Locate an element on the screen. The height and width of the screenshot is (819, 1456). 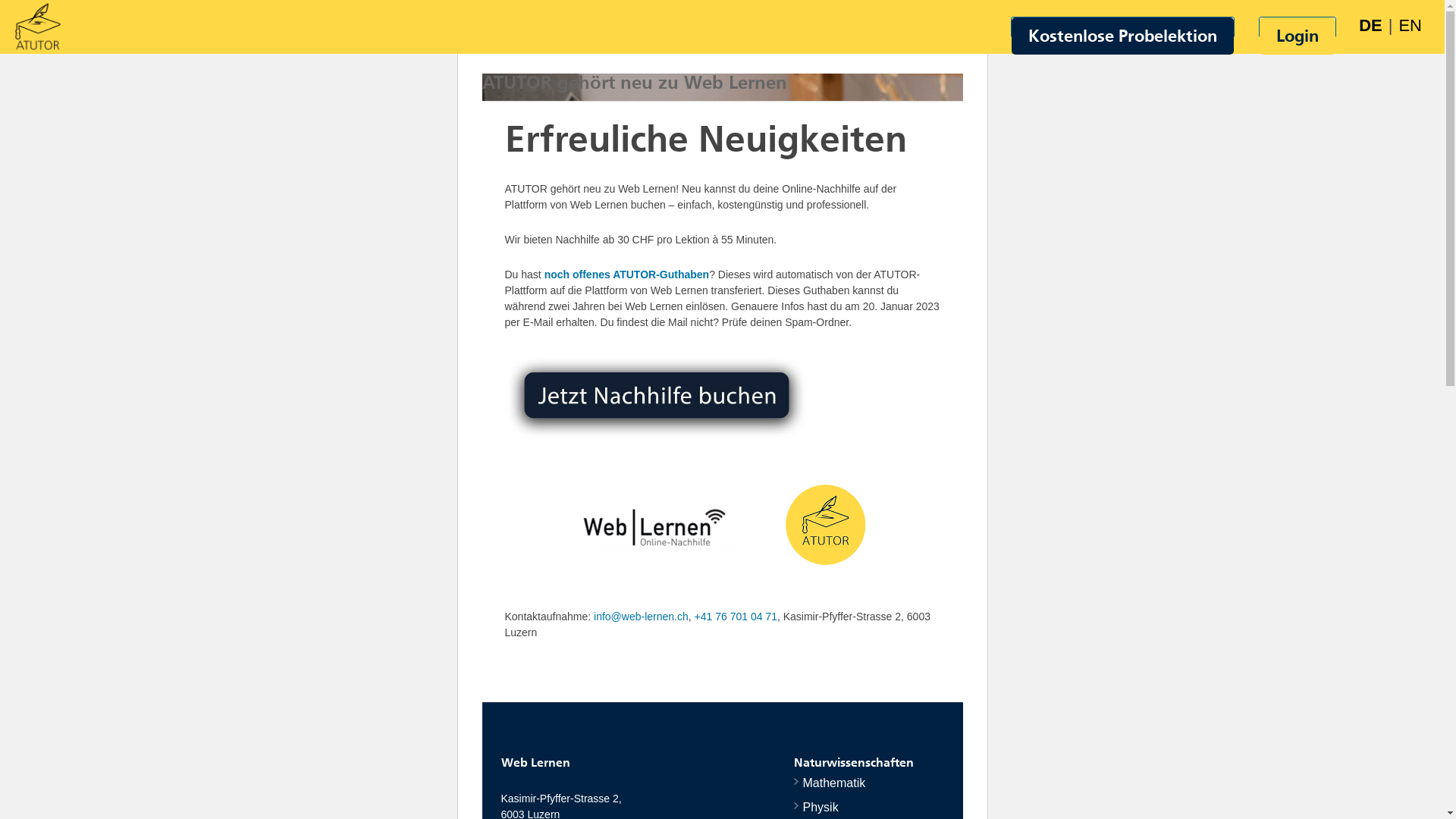
'Kostenlose Probelektion' is located at coordinates (1122, 35).